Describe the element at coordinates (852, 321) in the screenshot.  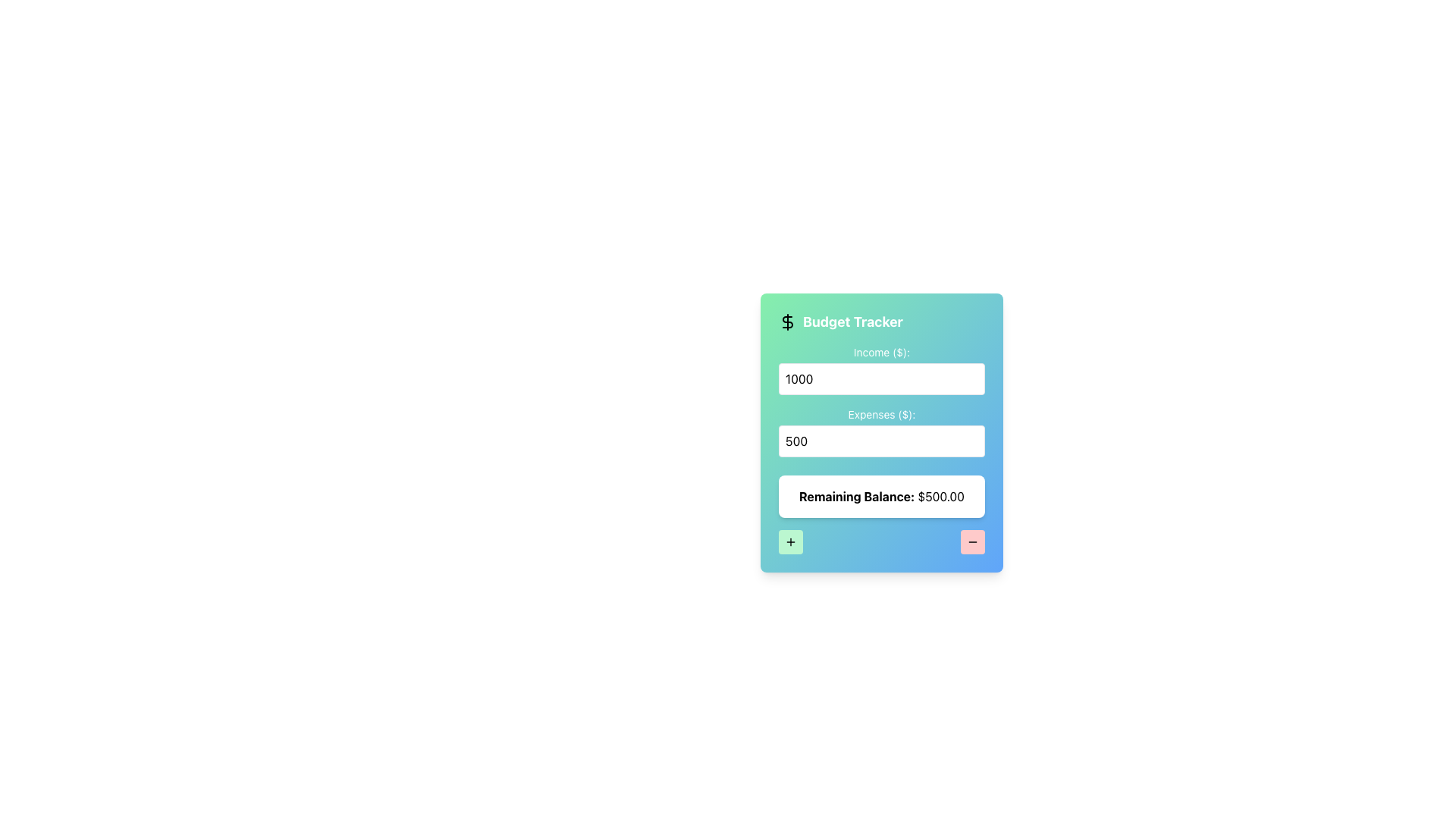
I see `the text label that acts as a title for the budget tracker card, positioned immediately after a dollar sign icon in a horizontal flexbox layout` at that location.